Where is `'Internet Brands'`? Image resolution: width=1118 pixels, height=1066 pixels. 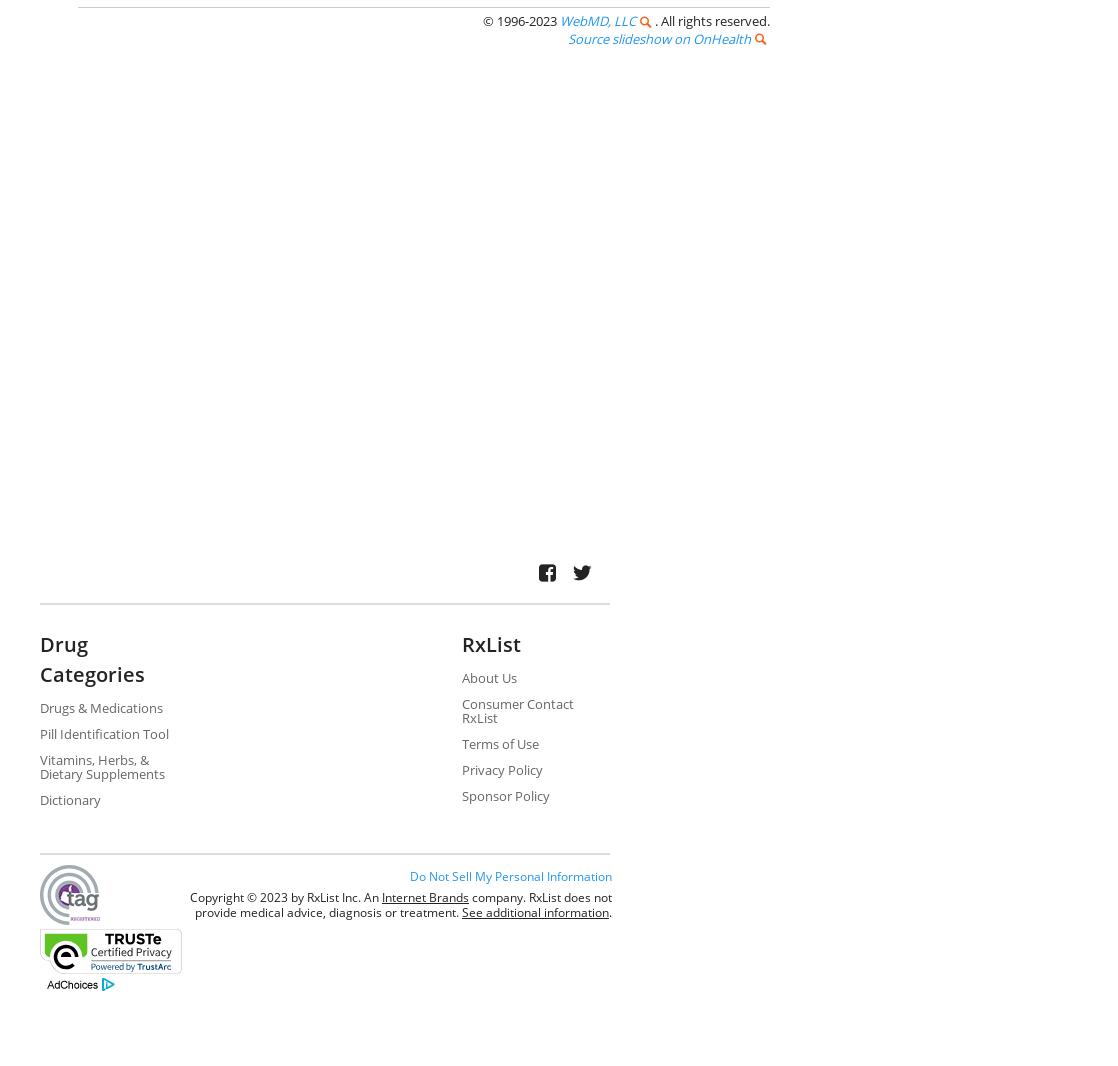 'Internet Brands' is located at coordinates (424, 896).